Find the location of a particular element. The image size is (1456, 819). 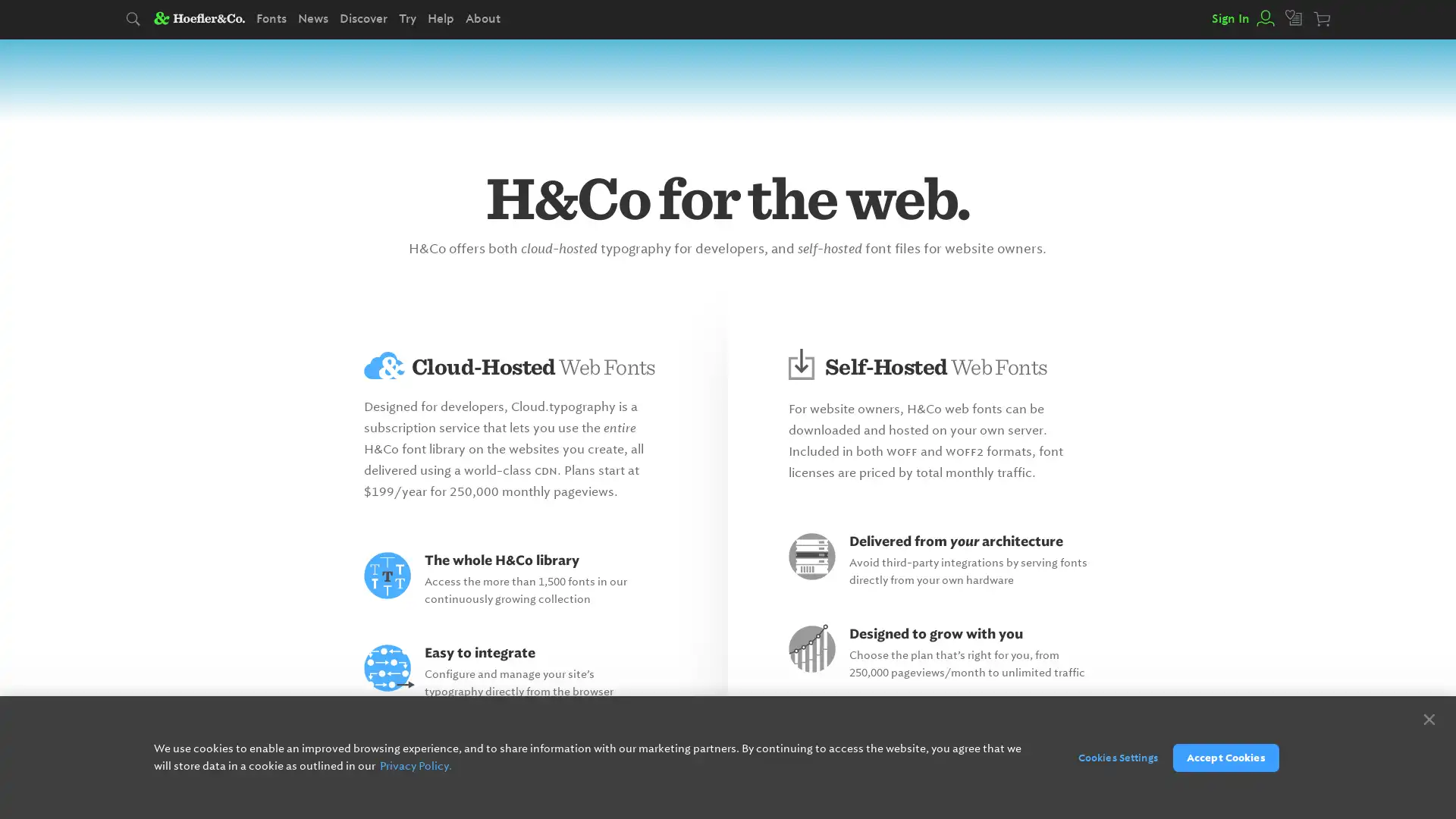

Close is located at coordinates (1428, 718).